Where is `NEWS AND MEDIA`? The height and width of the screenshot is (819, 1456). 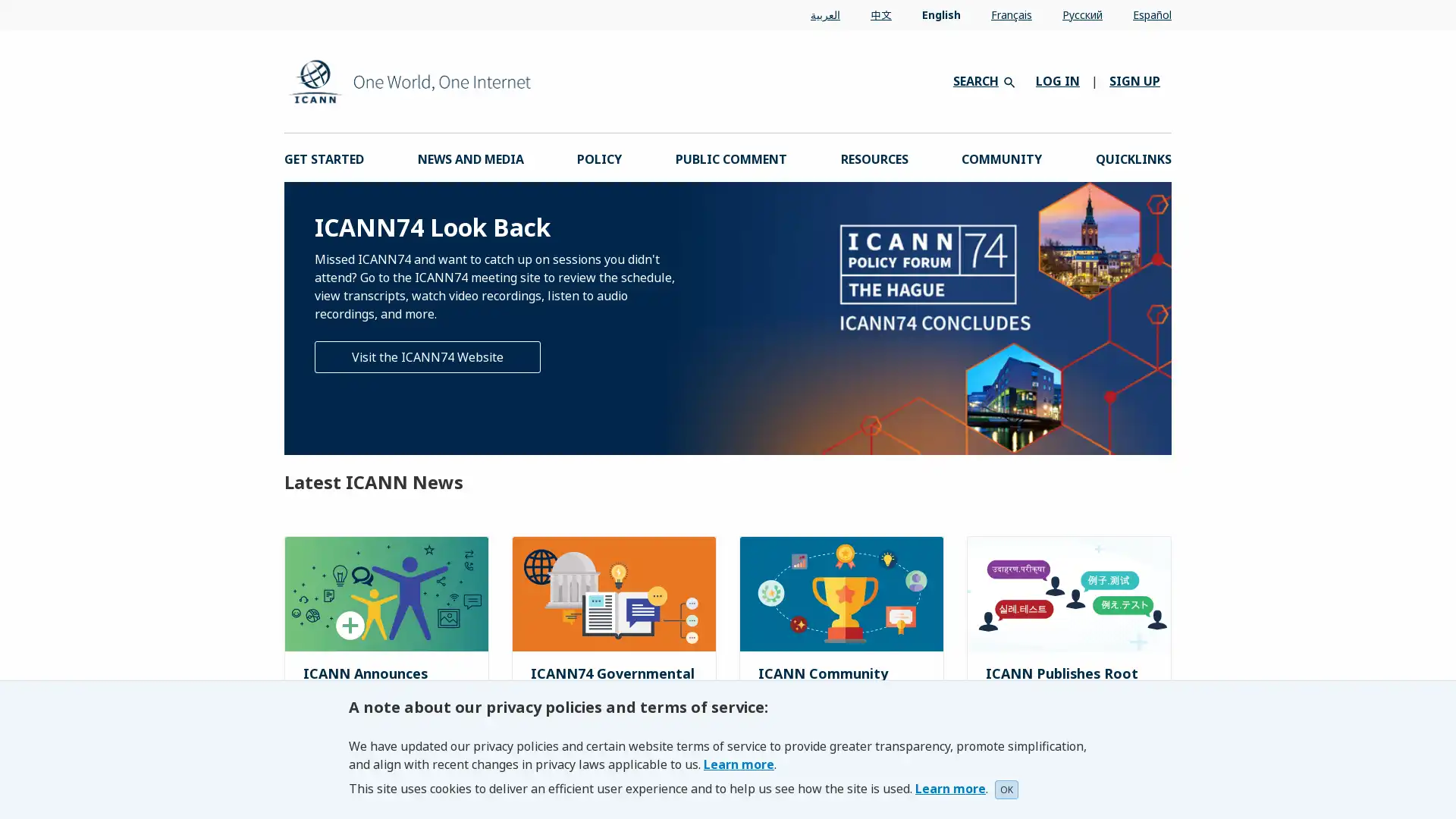 NEWS AND MEDIA is located at coordinates (469, 158).